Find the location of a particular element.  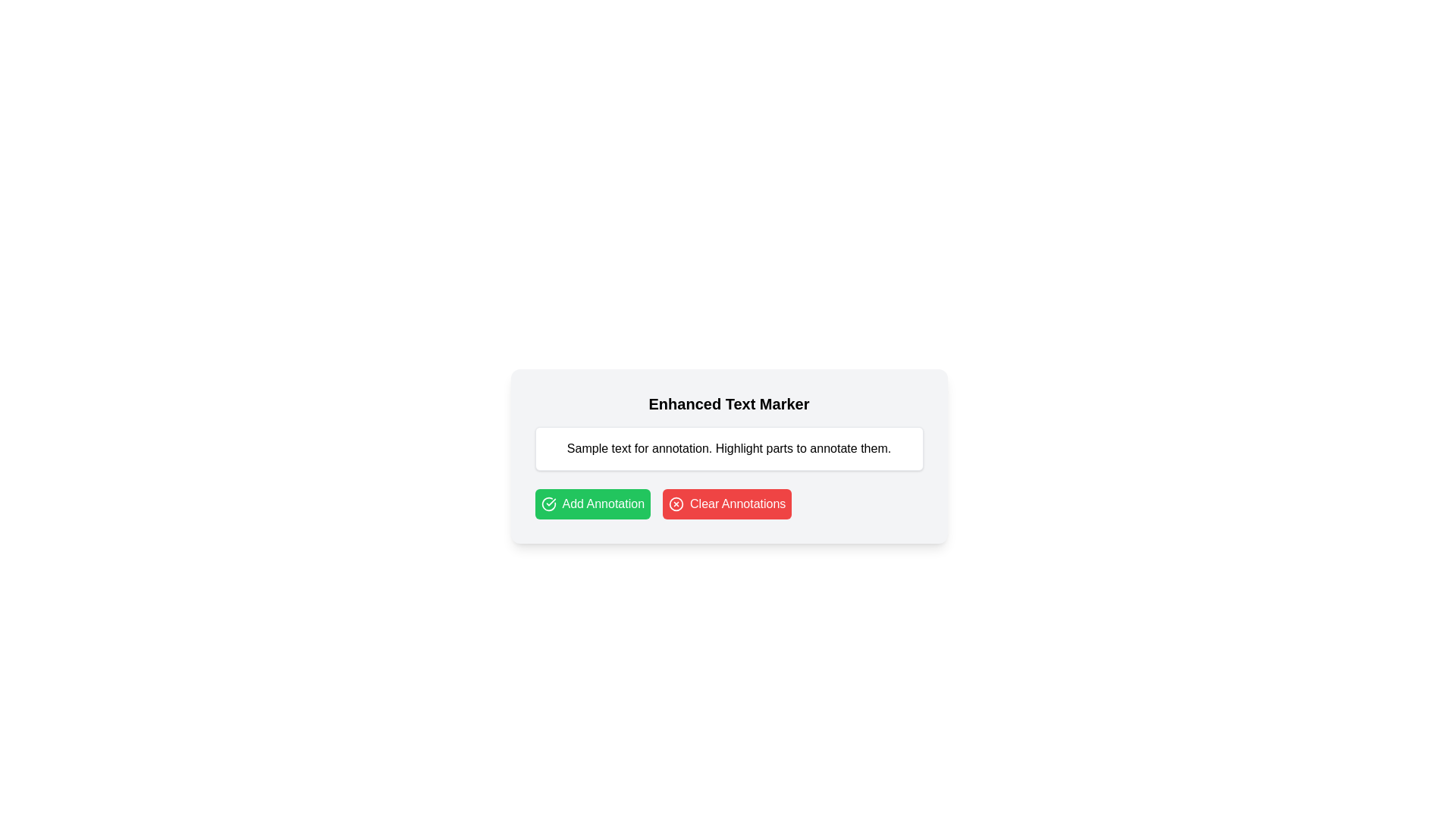

the lowercase letter 'n' which is the 26th character in the instructional text 'Sample text for annotation. Highlight parts to annotate them.' located within the text input field below the title 'Enhanced Text Marker.' is located at coordinates (704, 447).